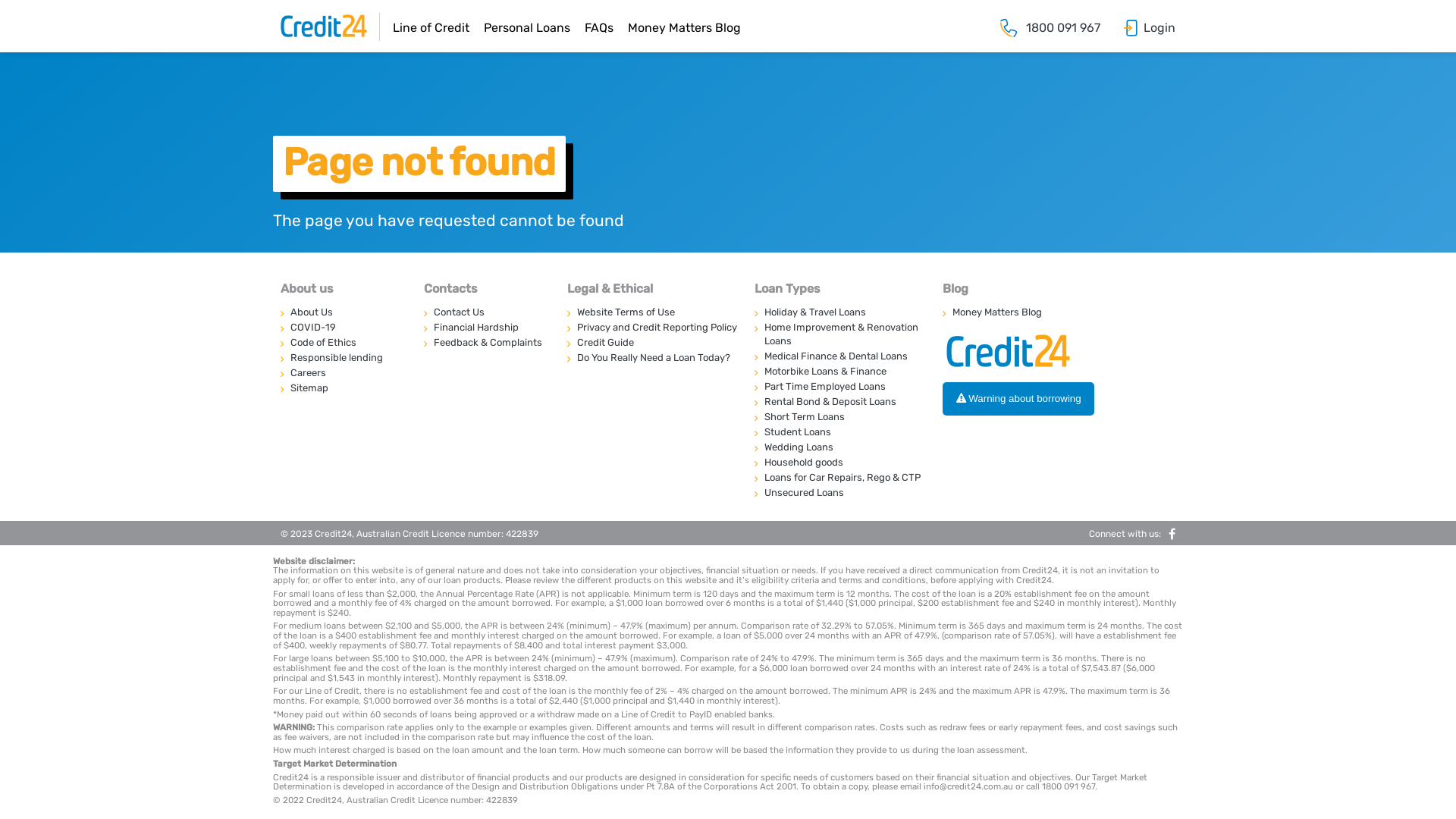 This screenshot has height=819, width=1456. Describe the element at coordinates (527, 27) in the screenshot. I see `'Personal Loans'` at that location.